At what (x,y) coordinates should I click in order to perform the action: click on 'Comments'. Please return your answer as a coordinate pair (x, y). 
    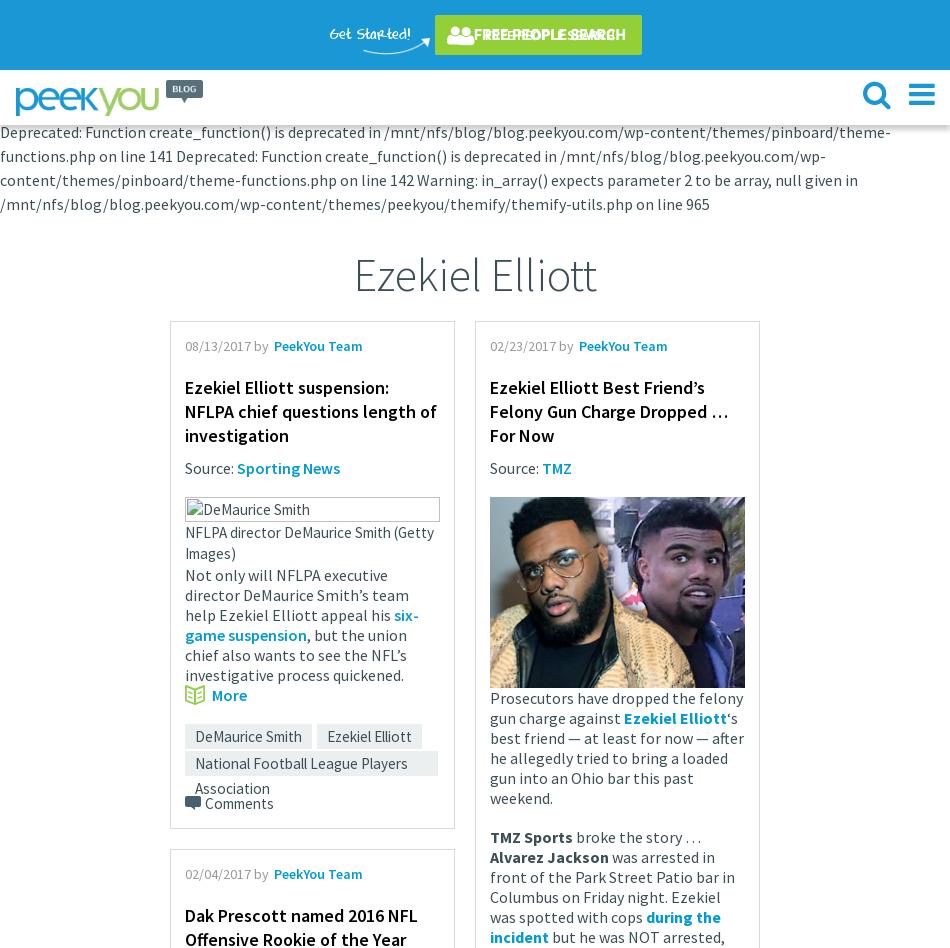
    Looking at the image, I should click on (205, 802).